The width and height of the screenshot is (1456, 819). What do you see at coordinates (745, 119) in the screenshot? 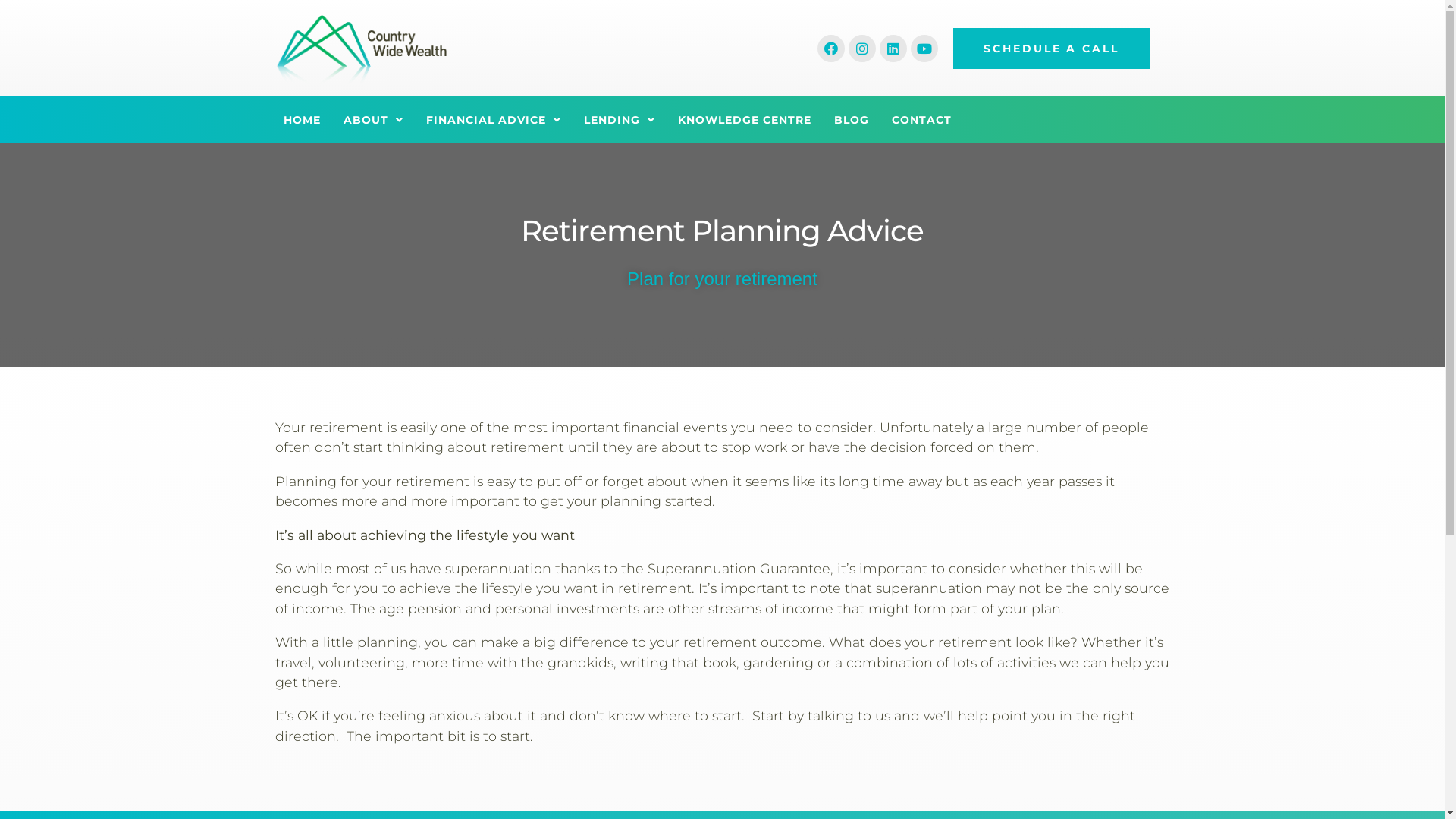
I see `'KNOWLEDGE CENTRE'` at bounding box center [745, 119].